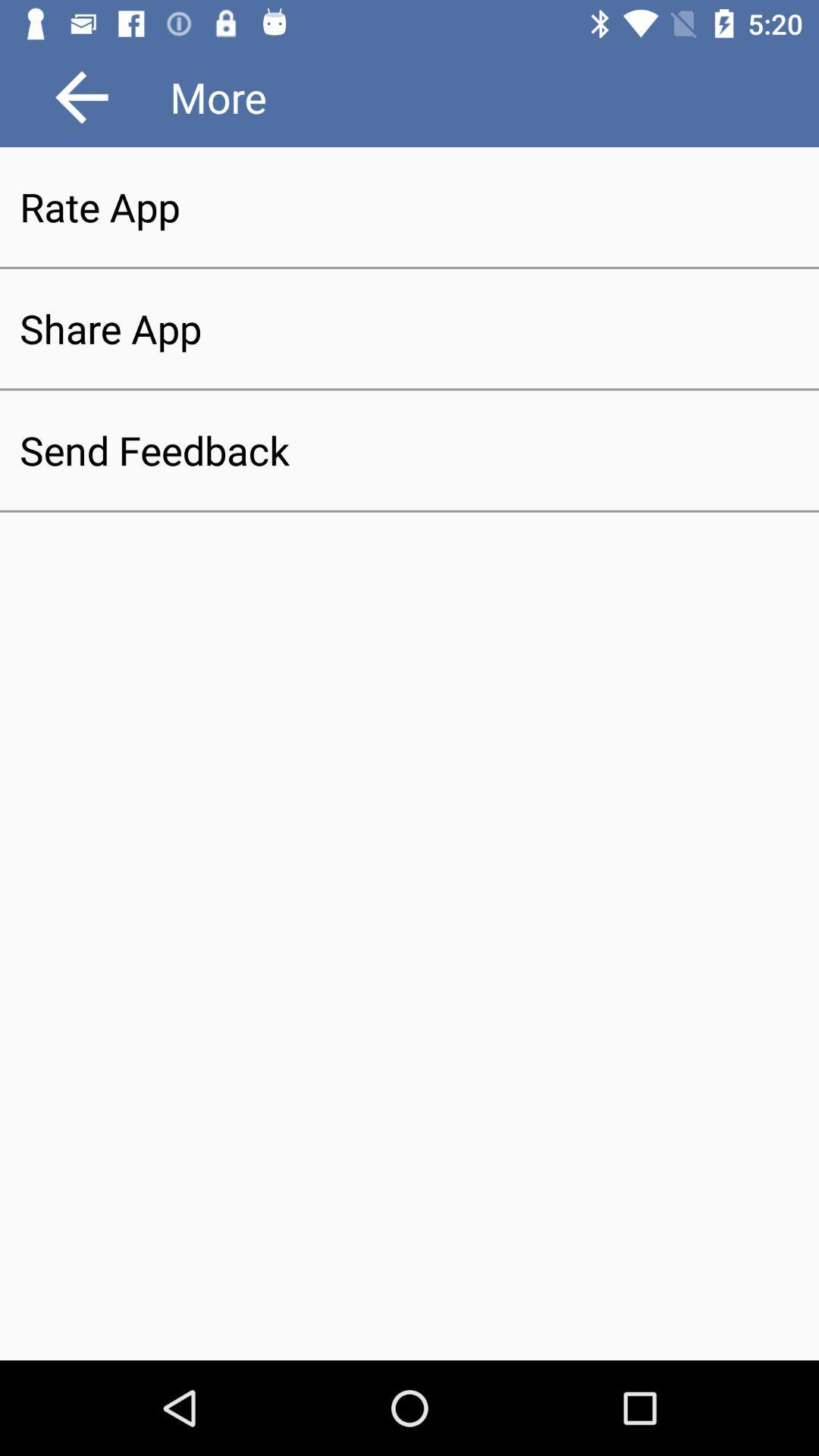 This screenshot has height=1456, width=819. I want to click on the rate app, so click(409, 206).